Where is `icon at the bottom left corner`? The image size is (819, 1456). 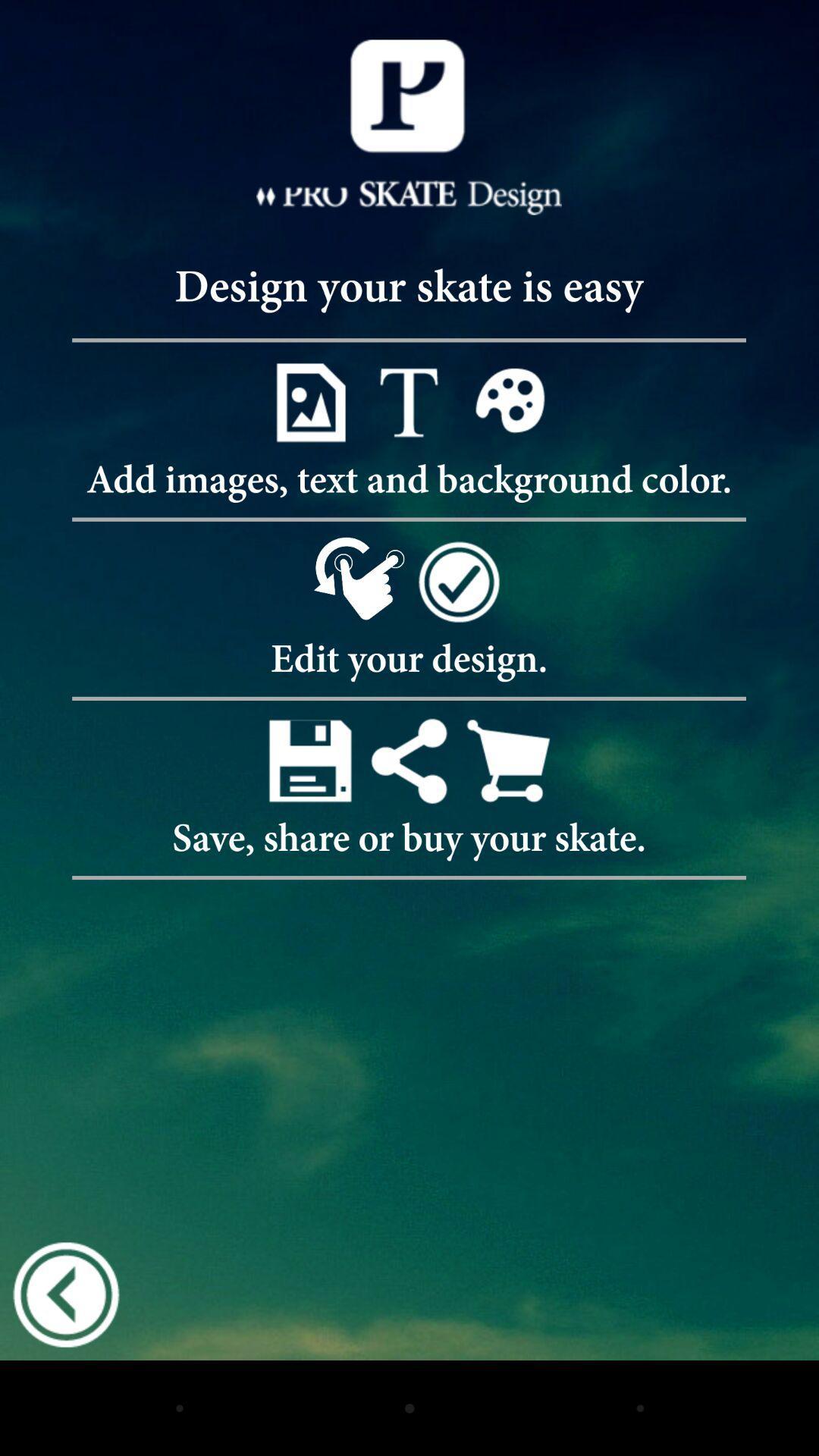 icon at the bottom left corner is located at coordinates (65, 1293).